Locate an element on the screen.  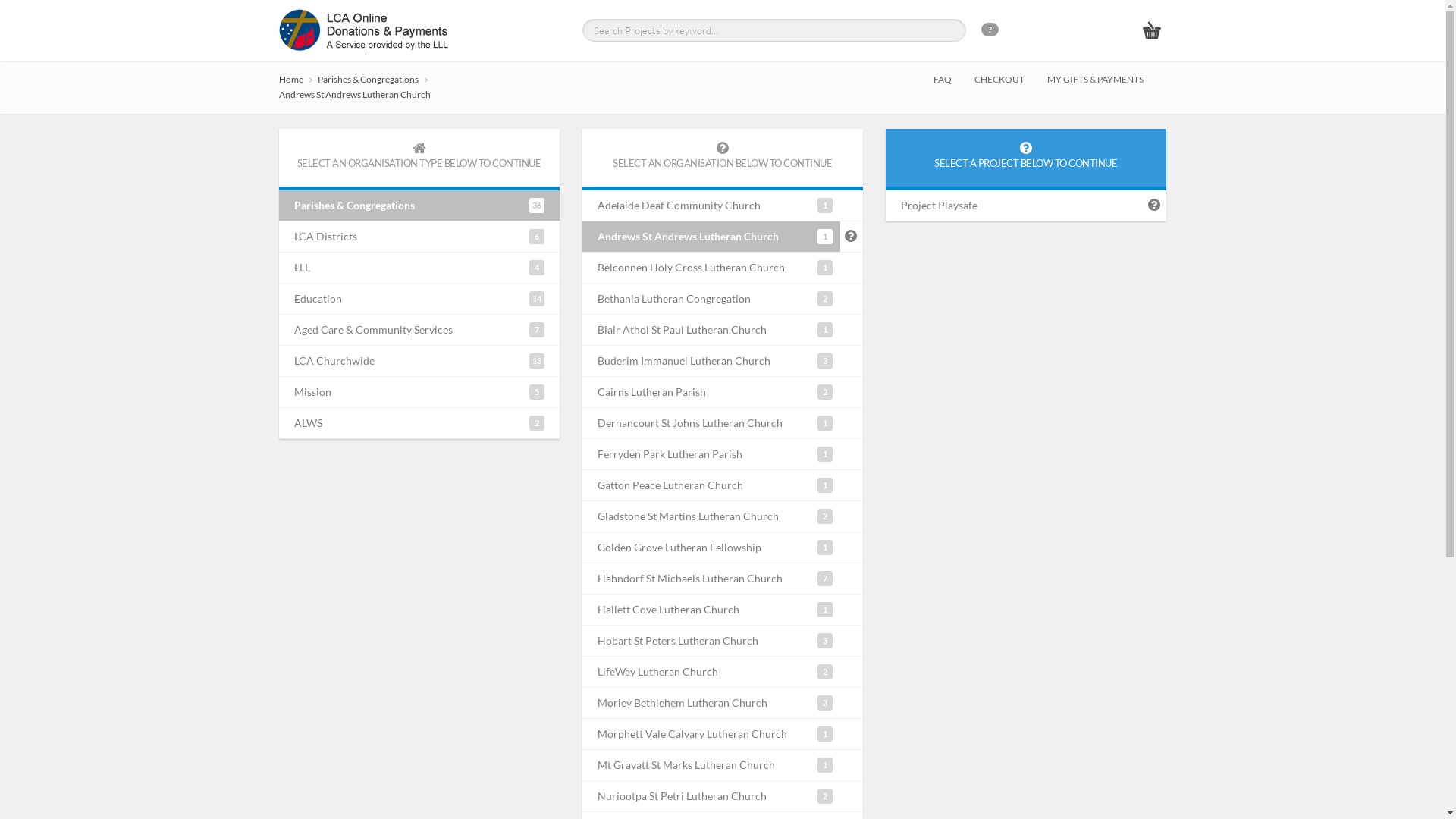
'1 is located at coordinates (710, 423).